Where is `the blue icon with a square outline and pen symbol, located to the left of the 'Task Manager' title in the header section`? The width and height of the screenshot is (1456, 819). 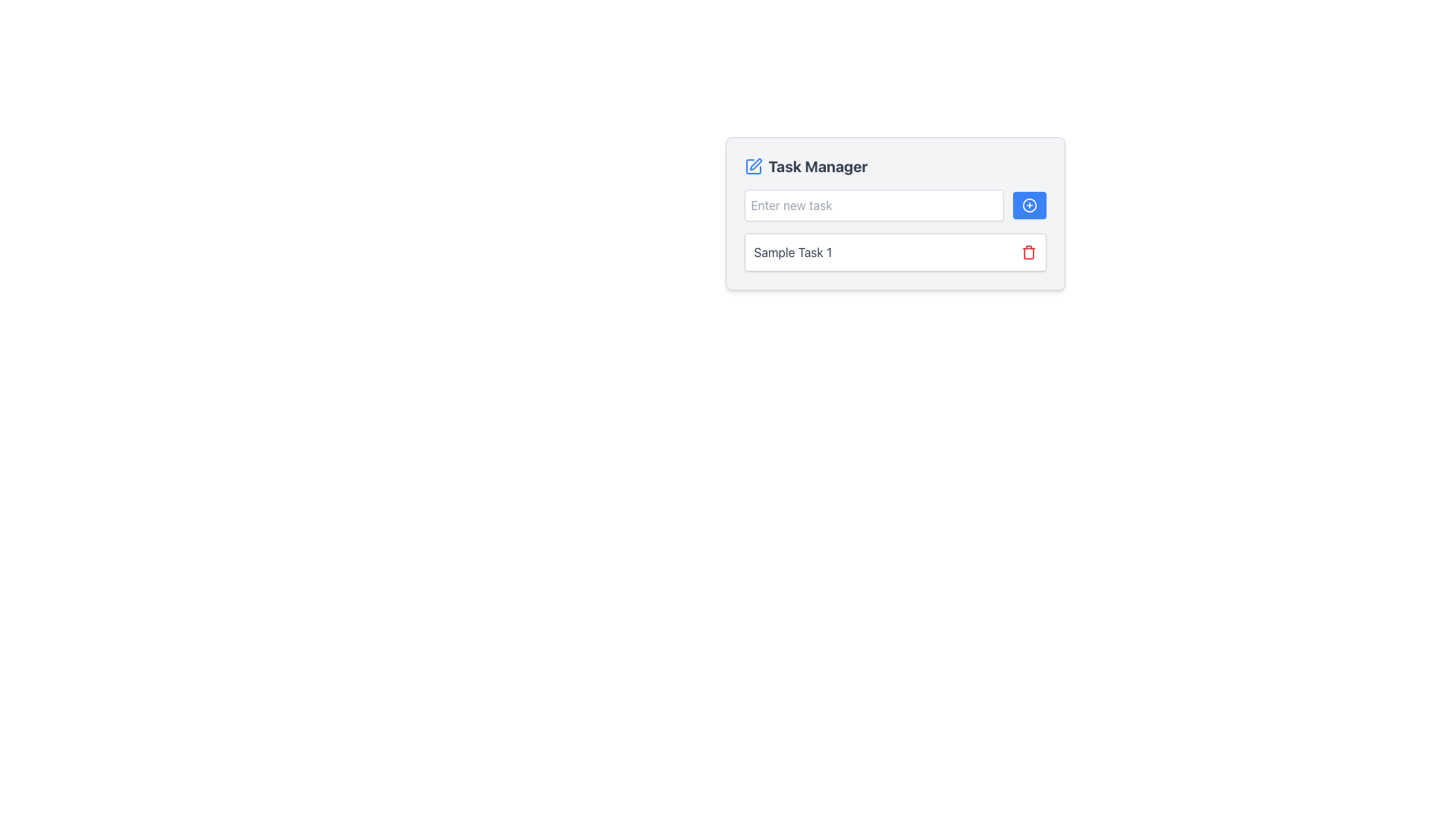 the blue icon with a square outline and pen symbol, located to the left of the 'Task Manager' title in the header section is located at coordinates (753, 166).